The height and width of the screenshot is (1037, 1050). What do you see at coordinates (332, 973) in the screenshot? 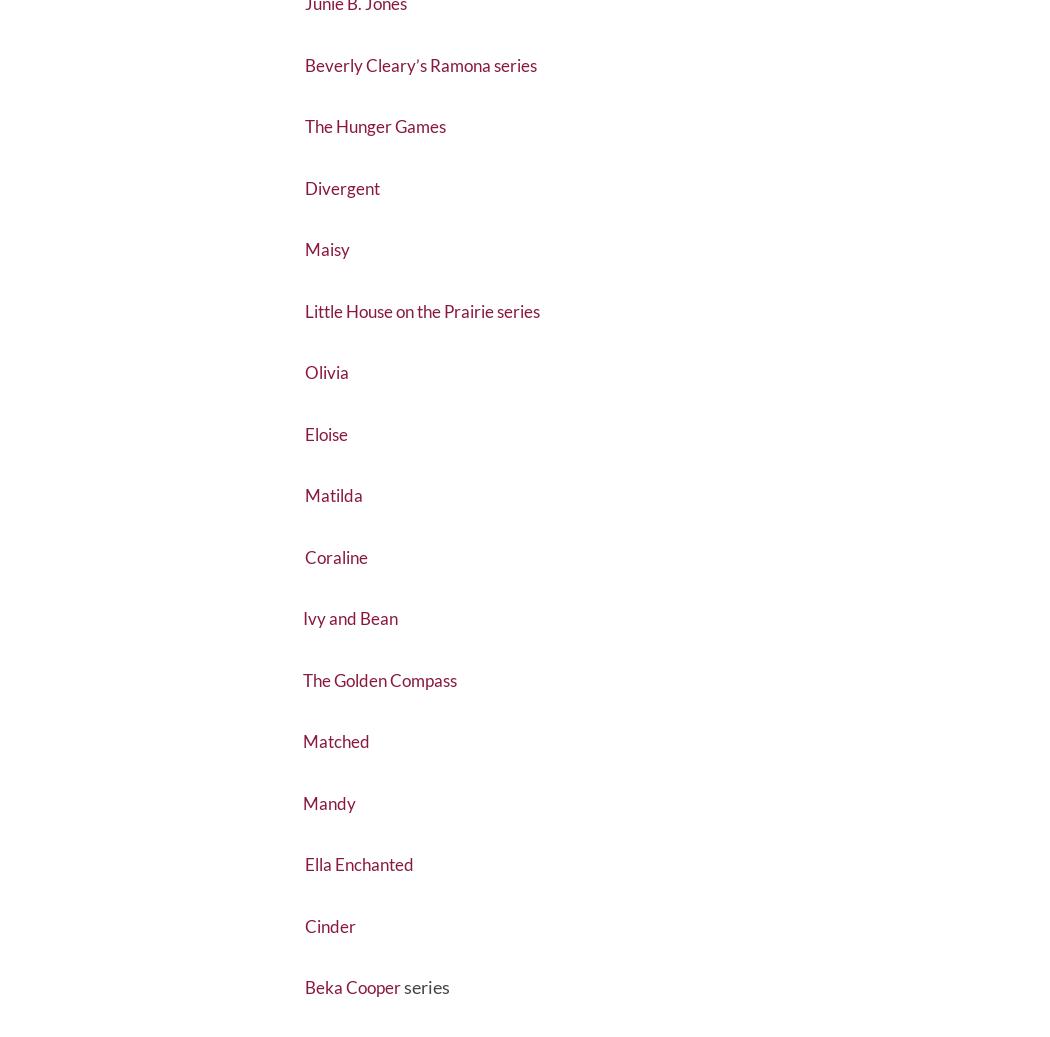
I see `'Cinder'` at bounding box center [332, 973].